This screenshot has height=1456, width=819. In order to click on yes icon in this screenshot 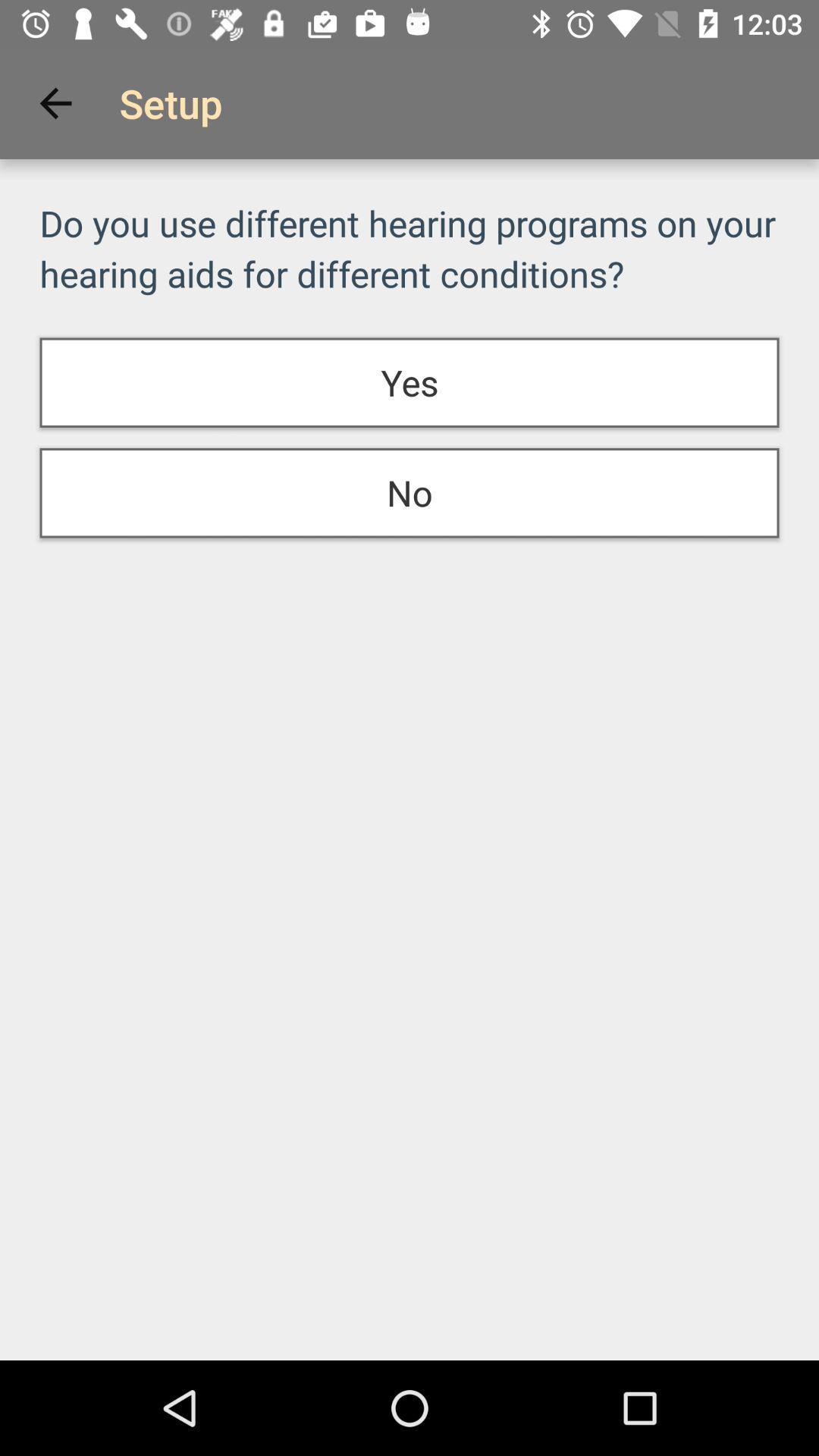, I will do `click(409, 382)`.